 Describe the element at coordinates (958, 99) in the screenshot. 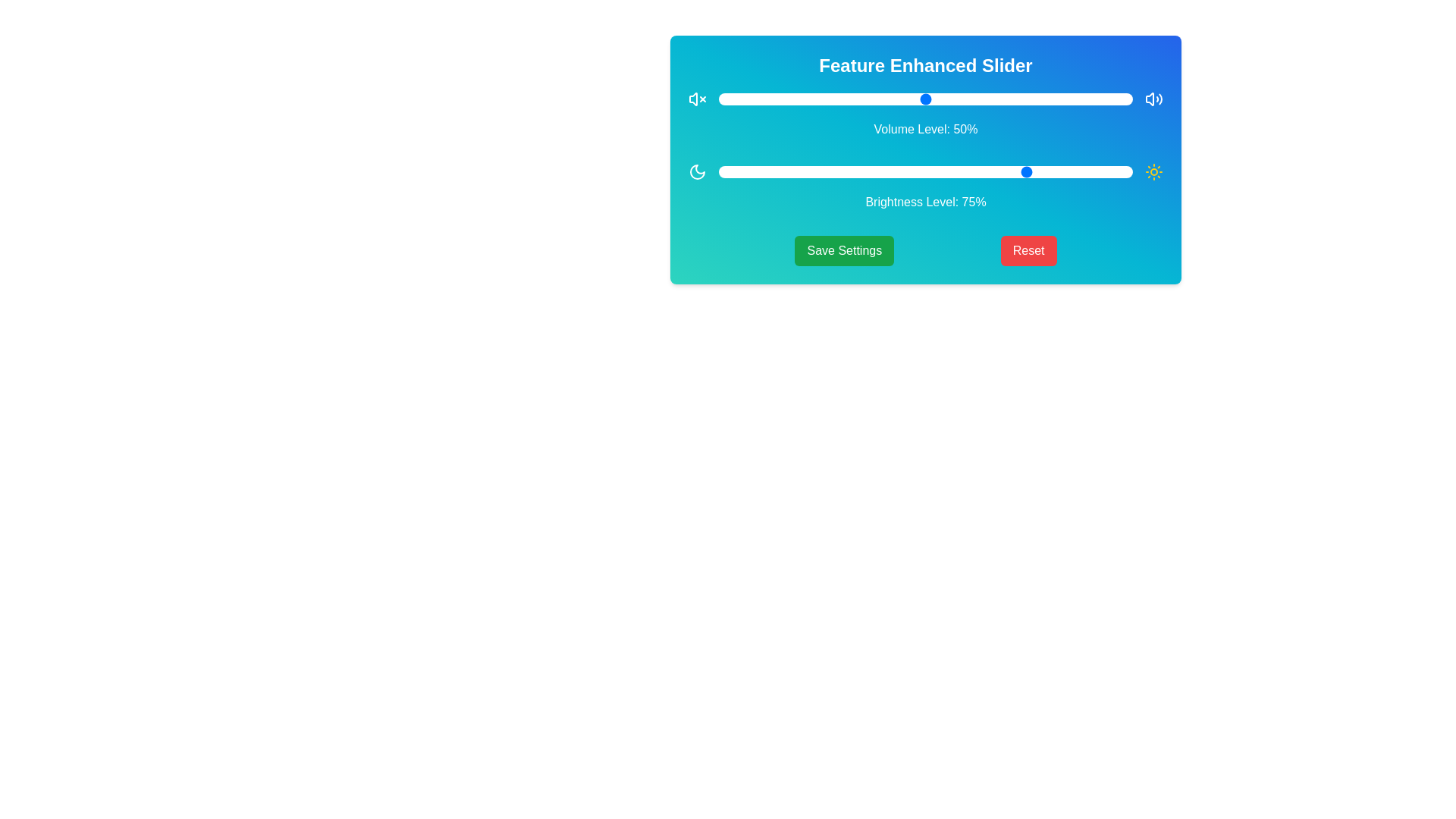

I see `the slider value` at that location.